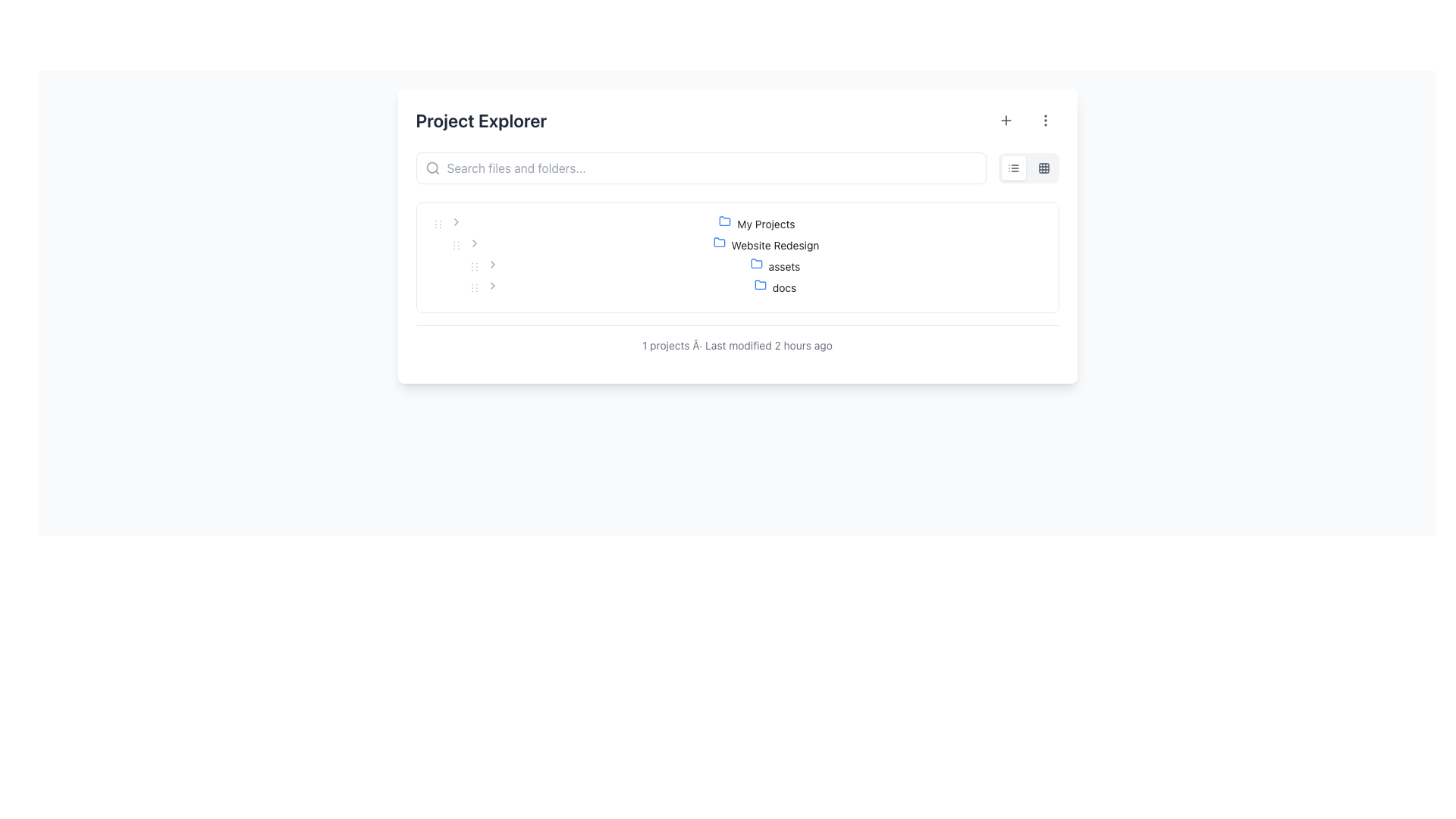 The image size is (1456, 819). I want to click on the 'My Projects' folder icon, so click(737, 224).